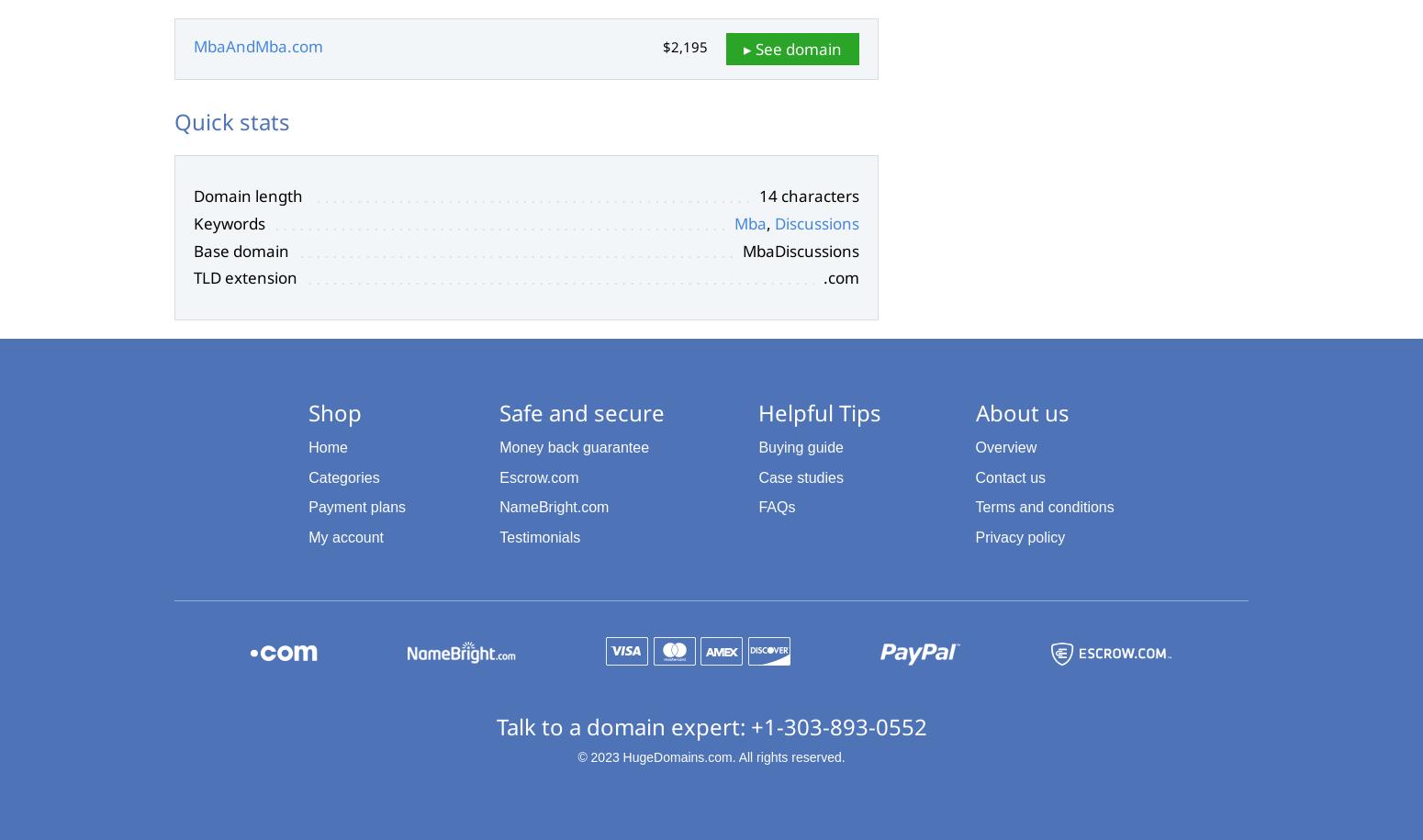 The width and height of the screenshot is (1423, 840). I want to click on '+1-303-893-0552', so click(837, 724).